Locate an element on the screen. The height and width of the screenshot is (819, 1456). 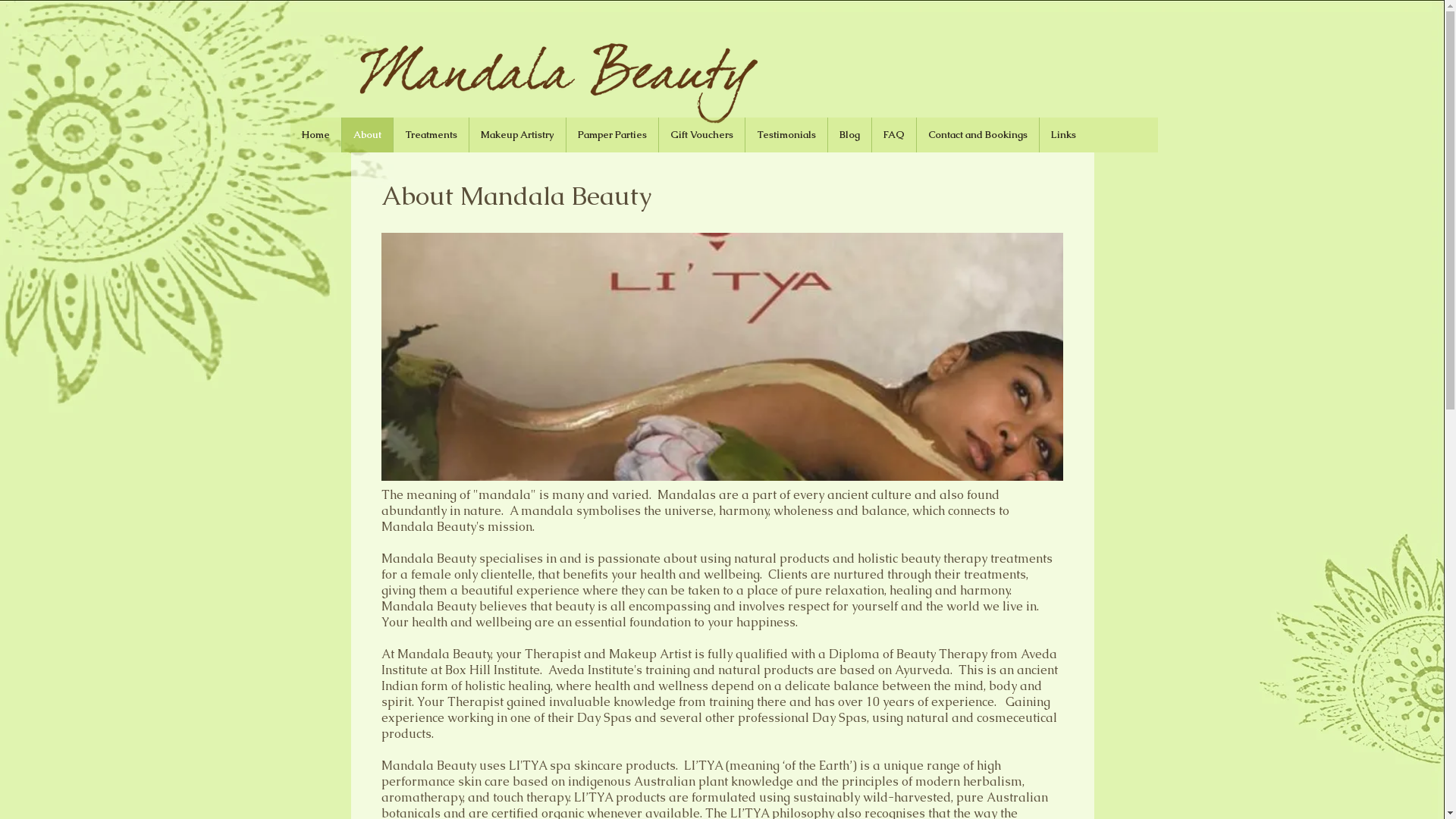
'Makeup Artistry' is located at coordinates (516, 133).